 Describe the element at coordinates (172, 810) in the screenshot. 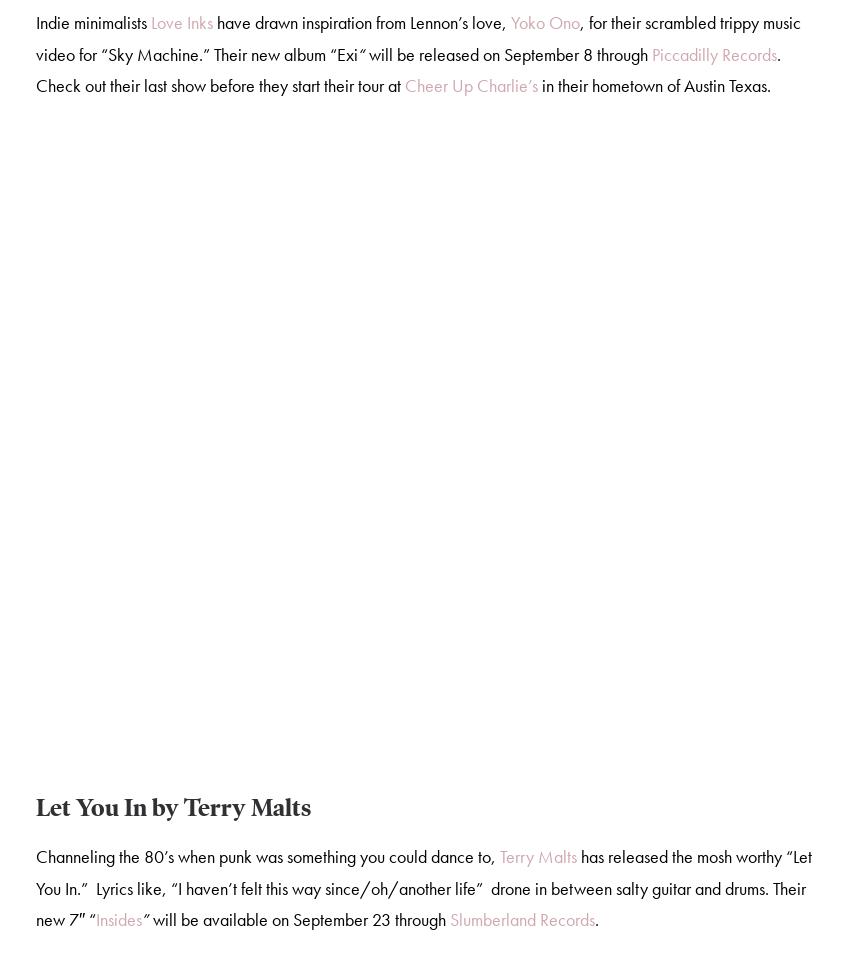

I see `'Let You In by Terry Malts'` at that location.